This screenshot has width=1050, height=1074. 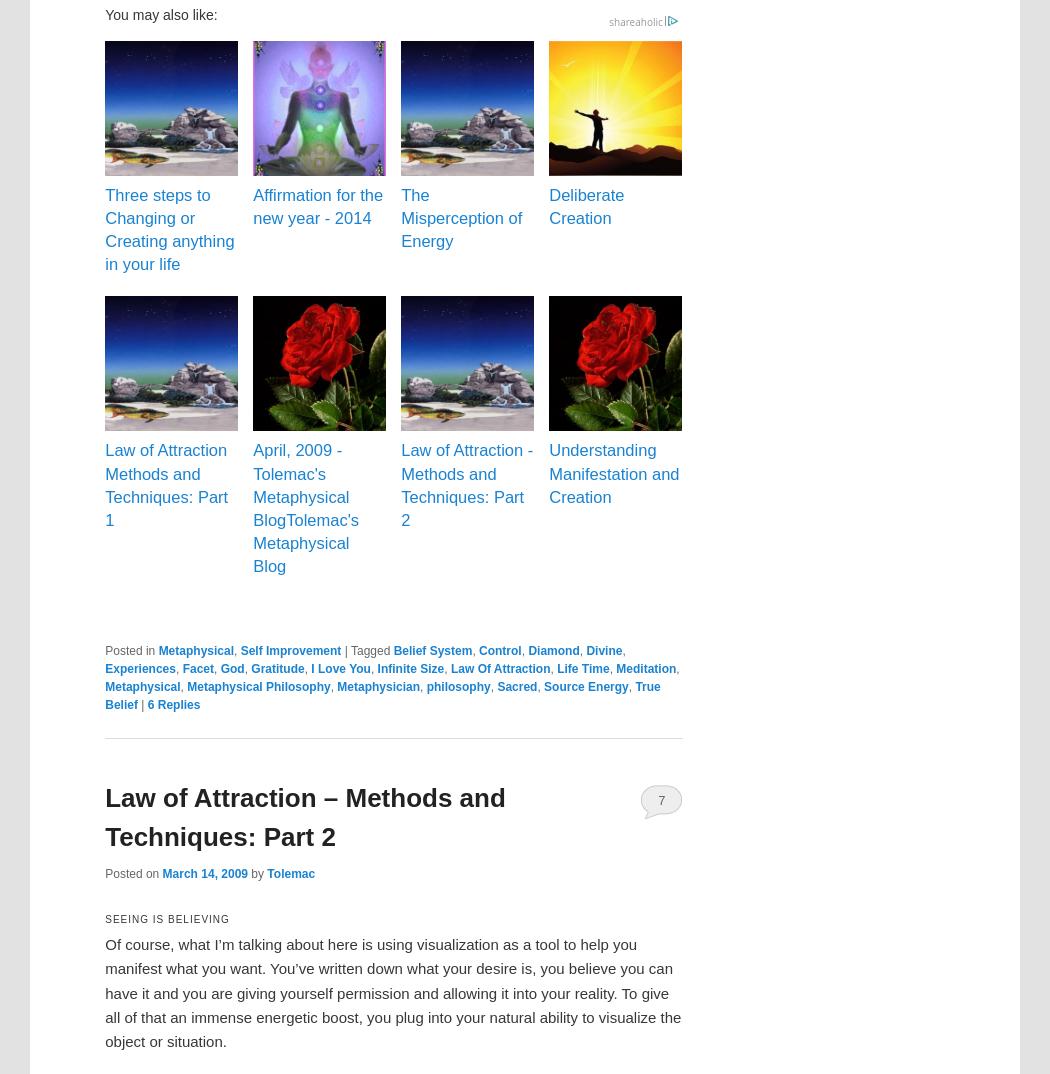 I want to click on 'Meditation', so click(x=616, y=667).